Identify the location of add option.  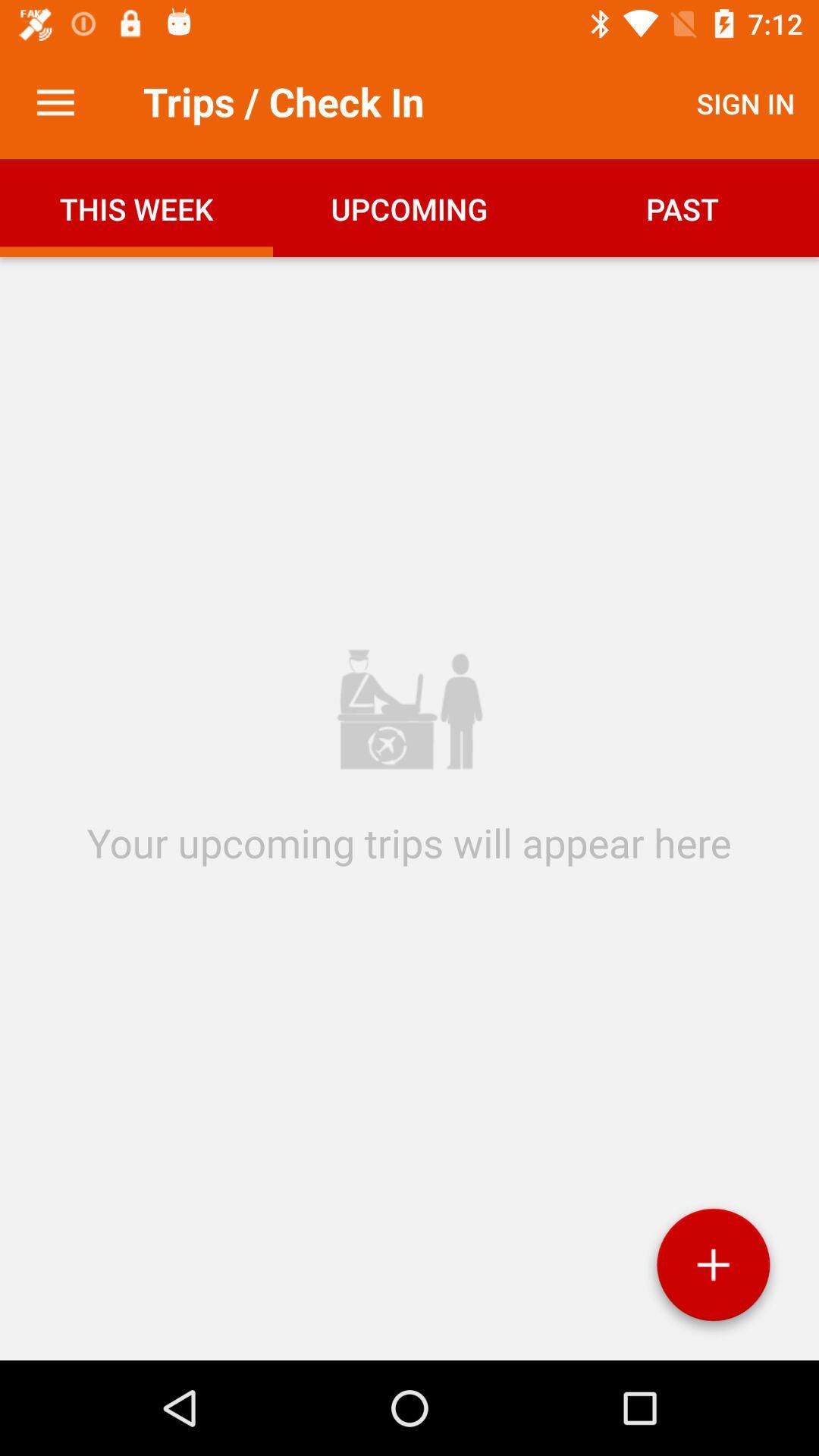
(713, 1270).